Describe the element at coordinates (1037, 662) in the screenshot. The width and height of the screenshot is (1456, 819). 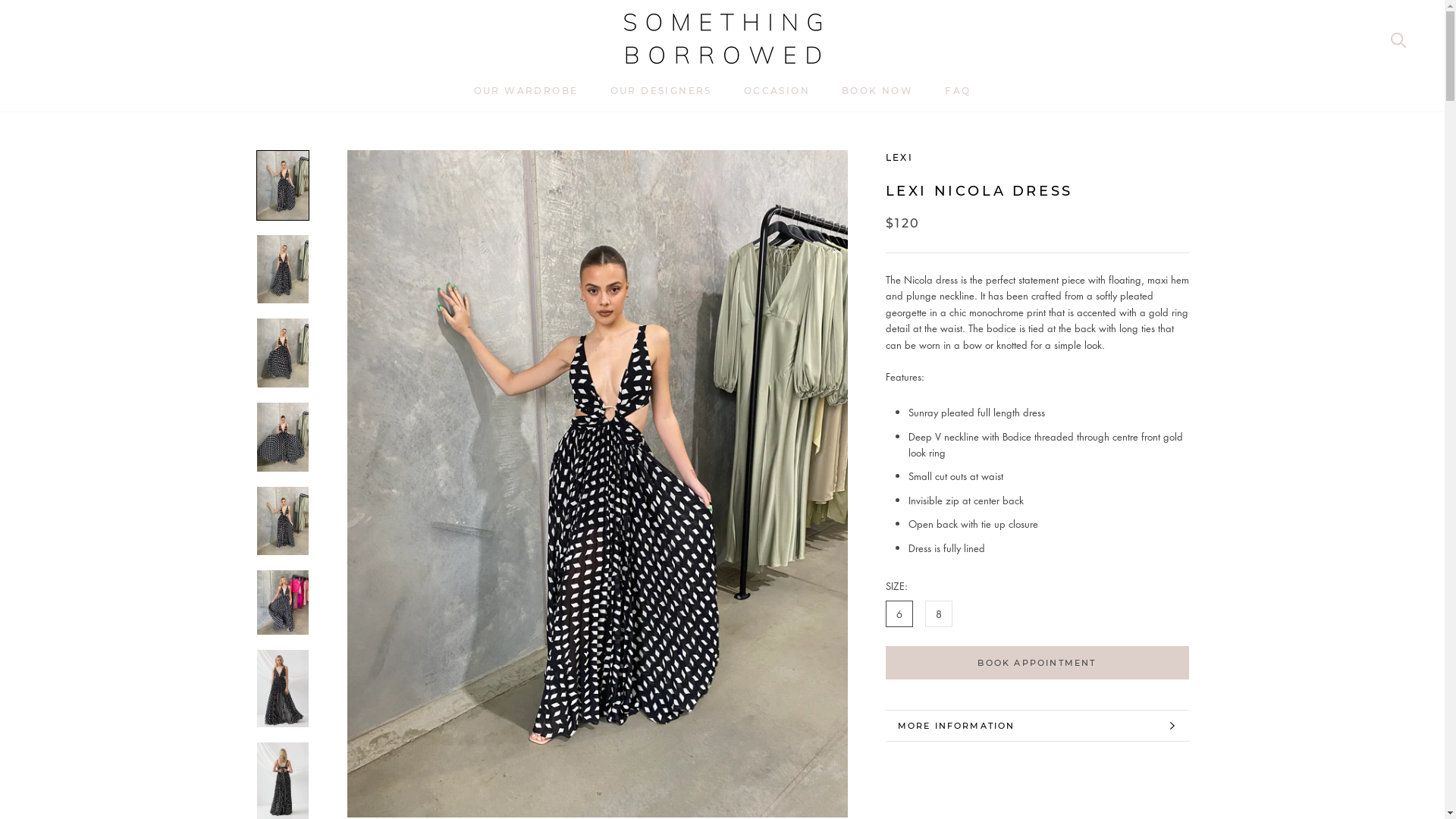
I see `'BOOK APPOINTMENT'` at that location.